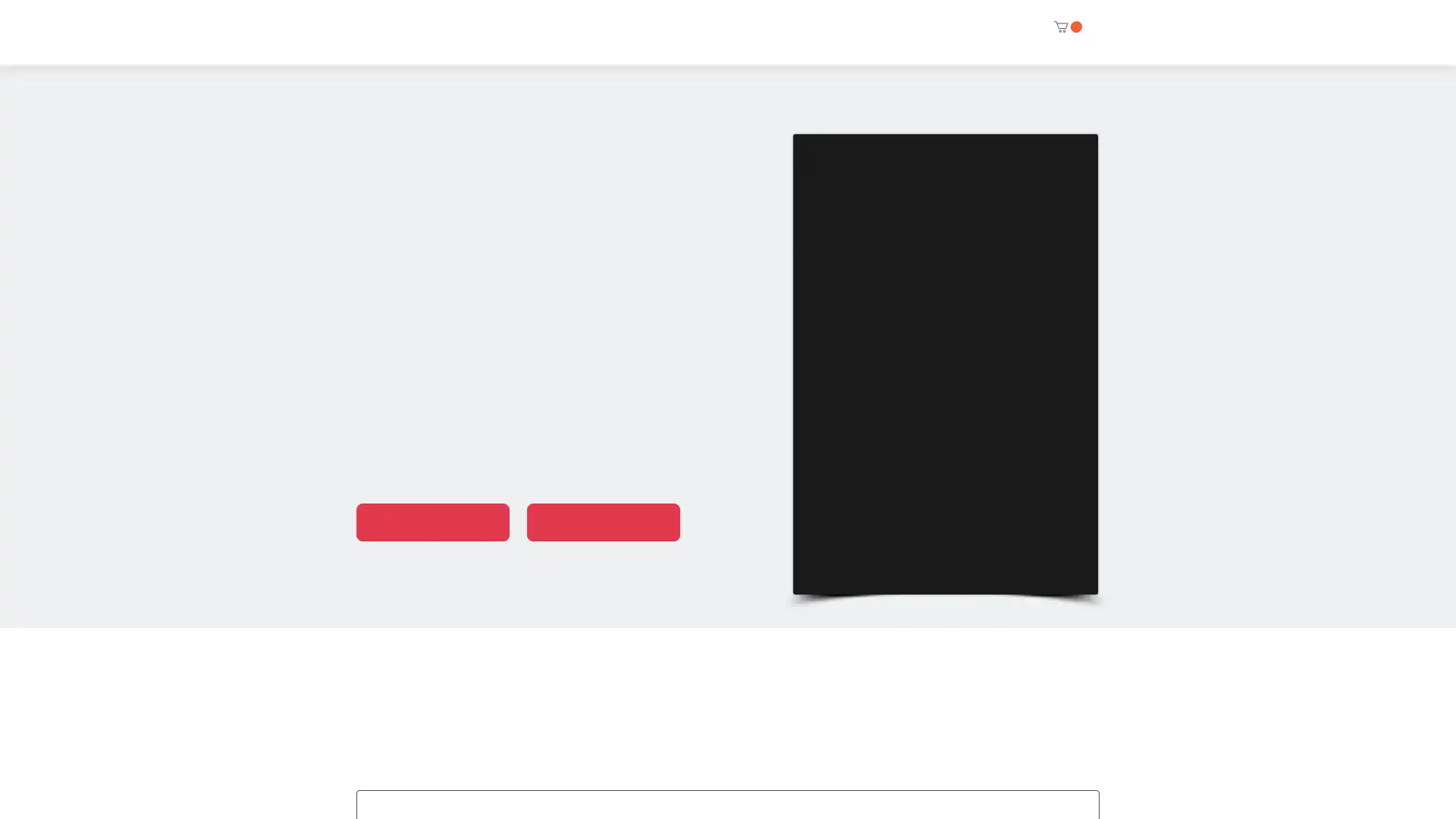 This screenshot has height=819, width=1456. What do you see at coordinates (403, 757) in the screenshot?
I see `ALL BOOKS` at bounding box center [403, 757].